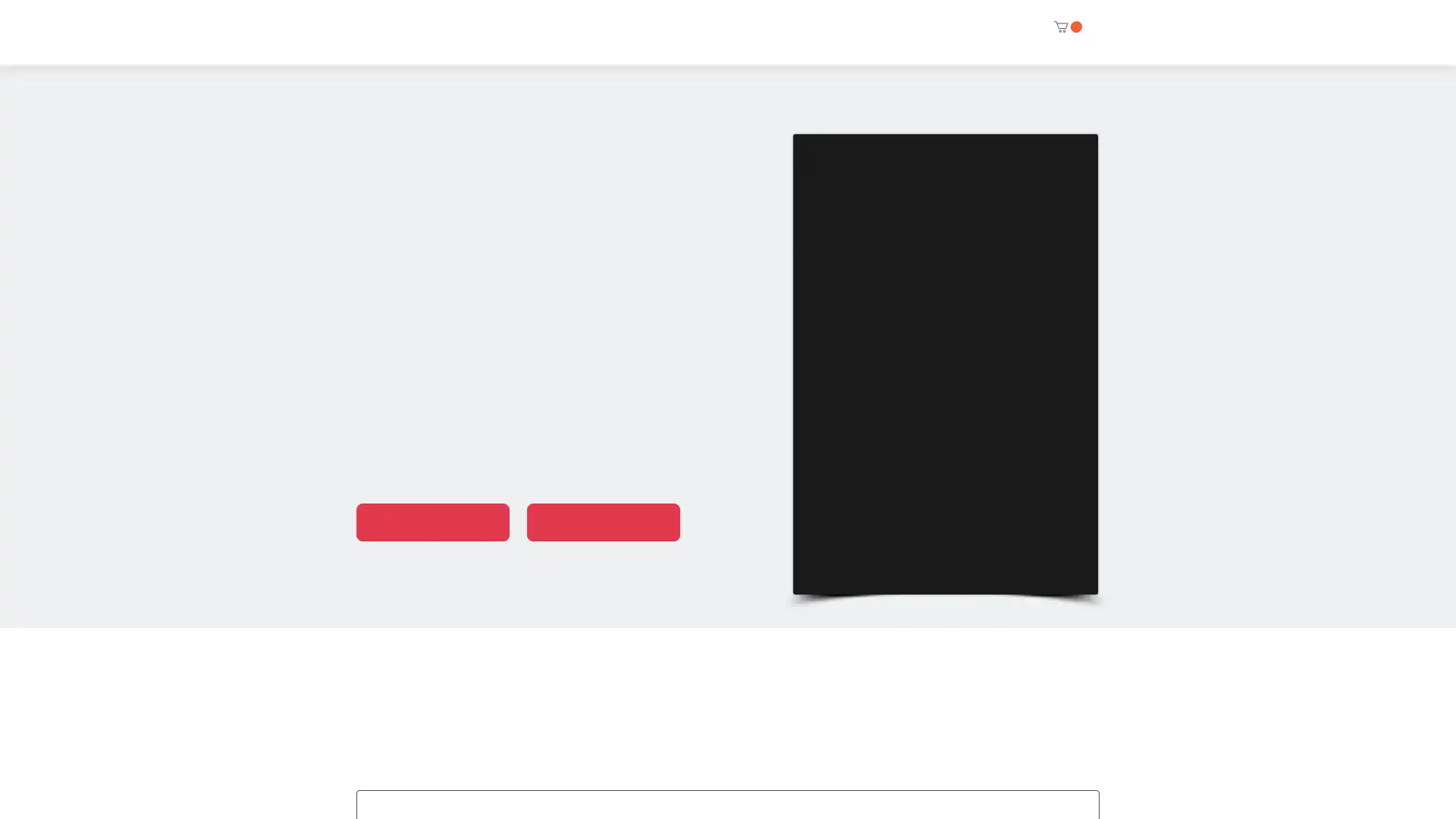 This screenshot has height=819, width=1456. What do you see at coordinates (403, 757) in the screenshot?
I see `ALL BOOKS` at bounding box center [403, 757].